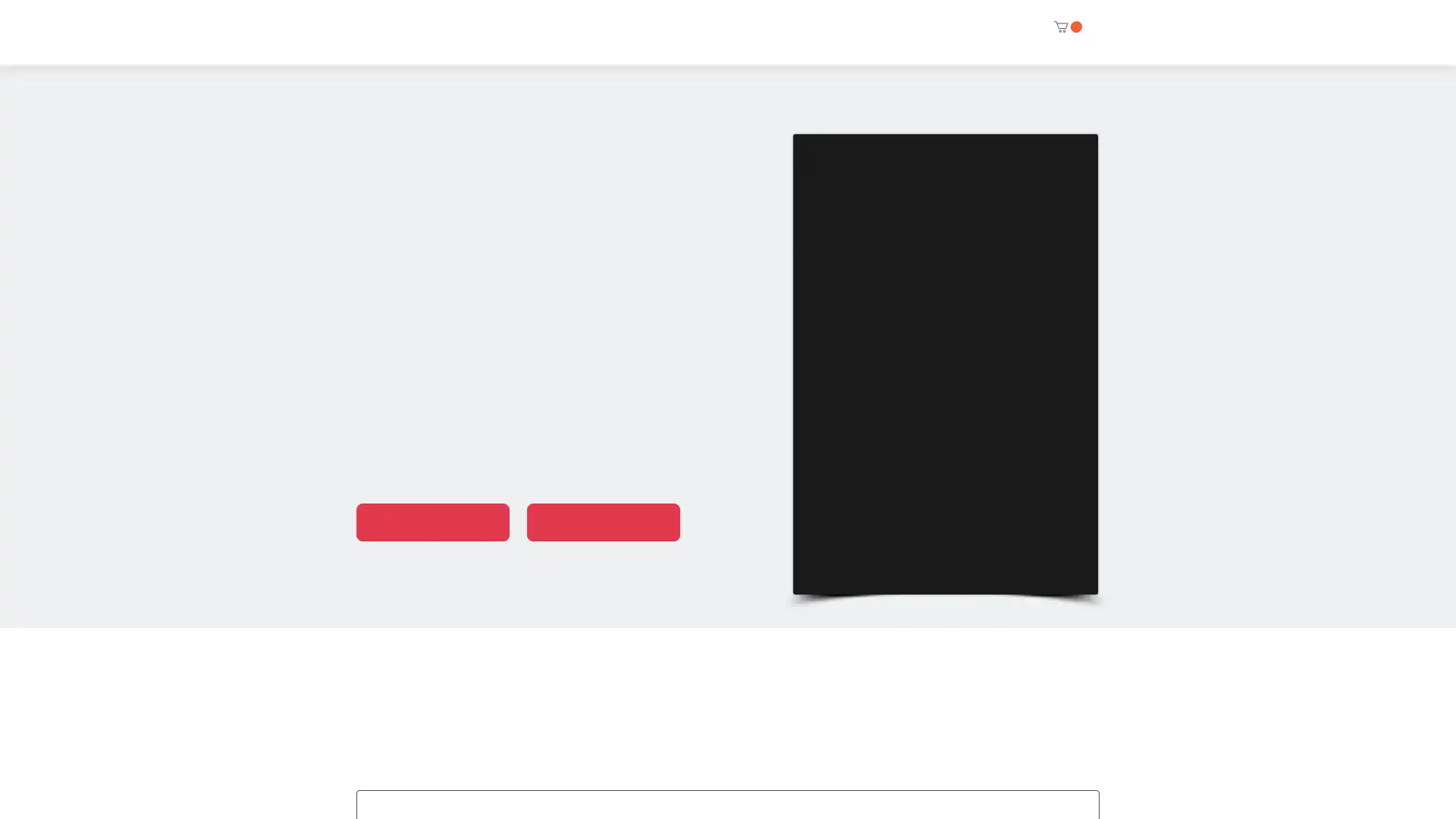 This screenshot has height=819, width=1456. What do you see at coordinates (403, 757) in the screenshot?
I see `ALL BOOKS` at bounding box center [403, 757].